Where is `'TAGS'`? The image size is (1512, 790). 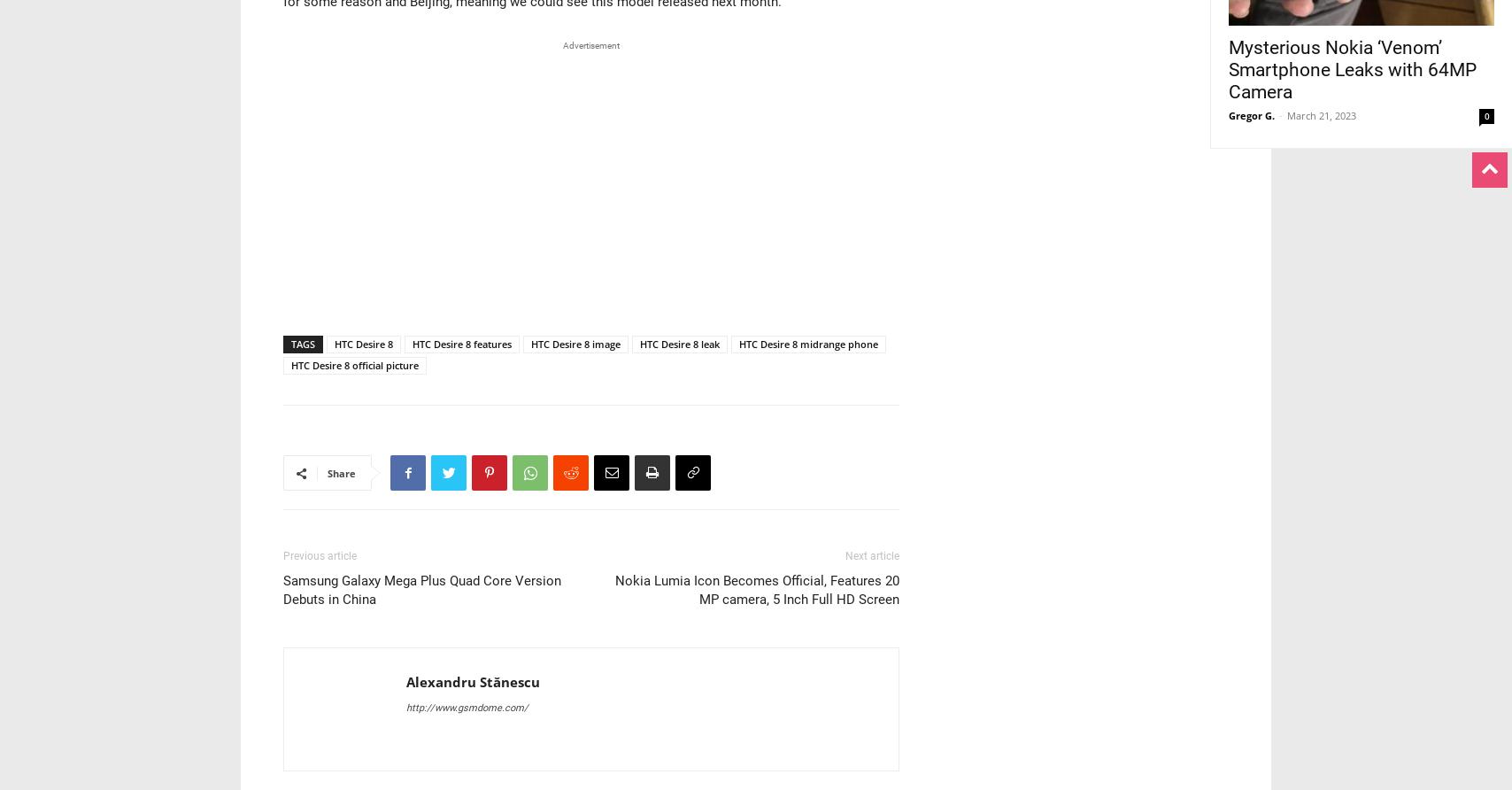 'TAGS' is located at coordinates (303, 343).